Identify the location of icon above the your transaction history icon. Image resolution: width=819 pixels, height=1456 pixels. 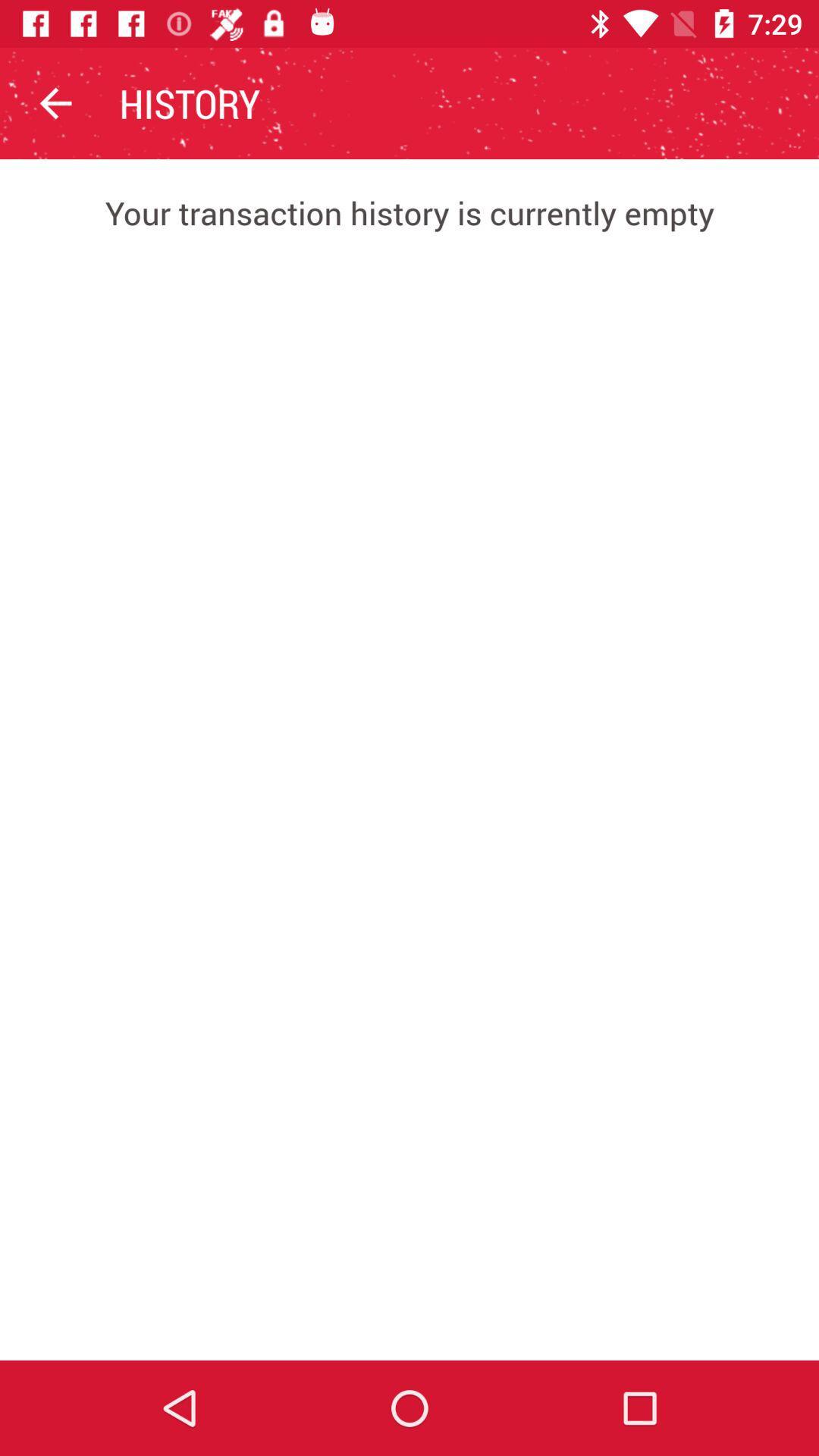
(55, 102).